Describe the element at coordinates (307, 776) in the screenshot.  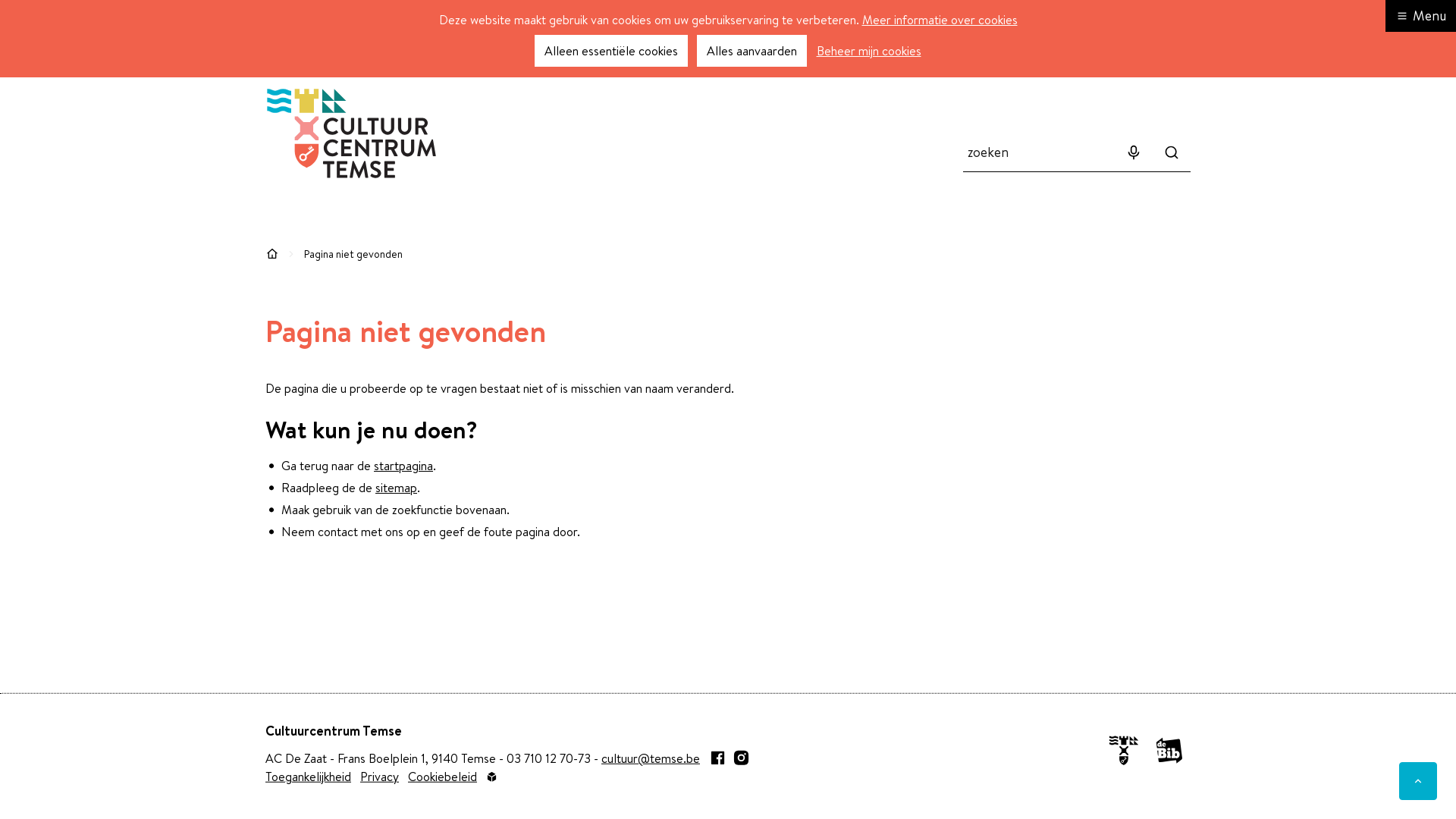
I see `'Toegankelijkheid'` at that location.